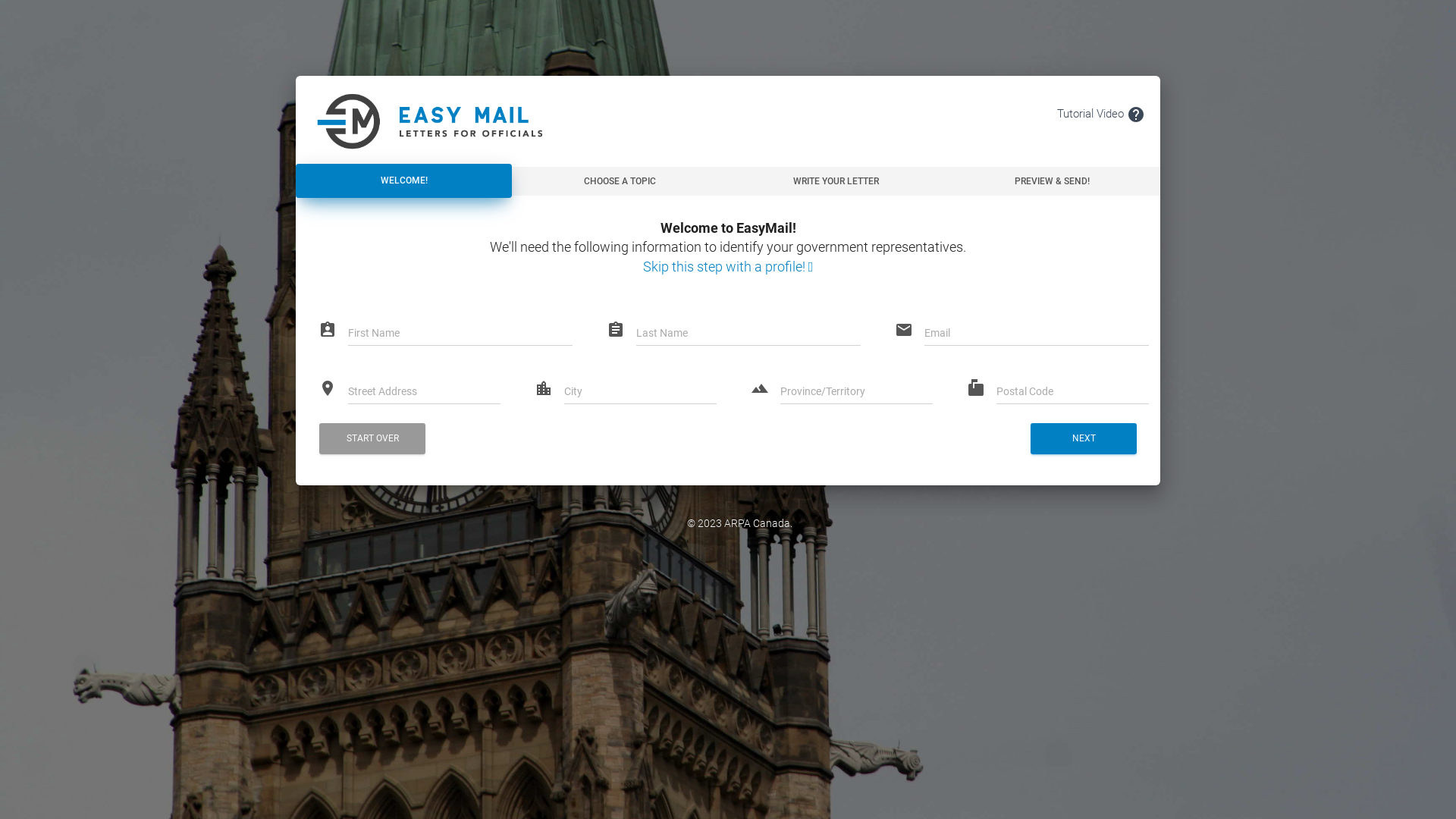  Describe the element at coordinates (723, 522) in the screenshot. I see `'ARPA Canada'` at that location.